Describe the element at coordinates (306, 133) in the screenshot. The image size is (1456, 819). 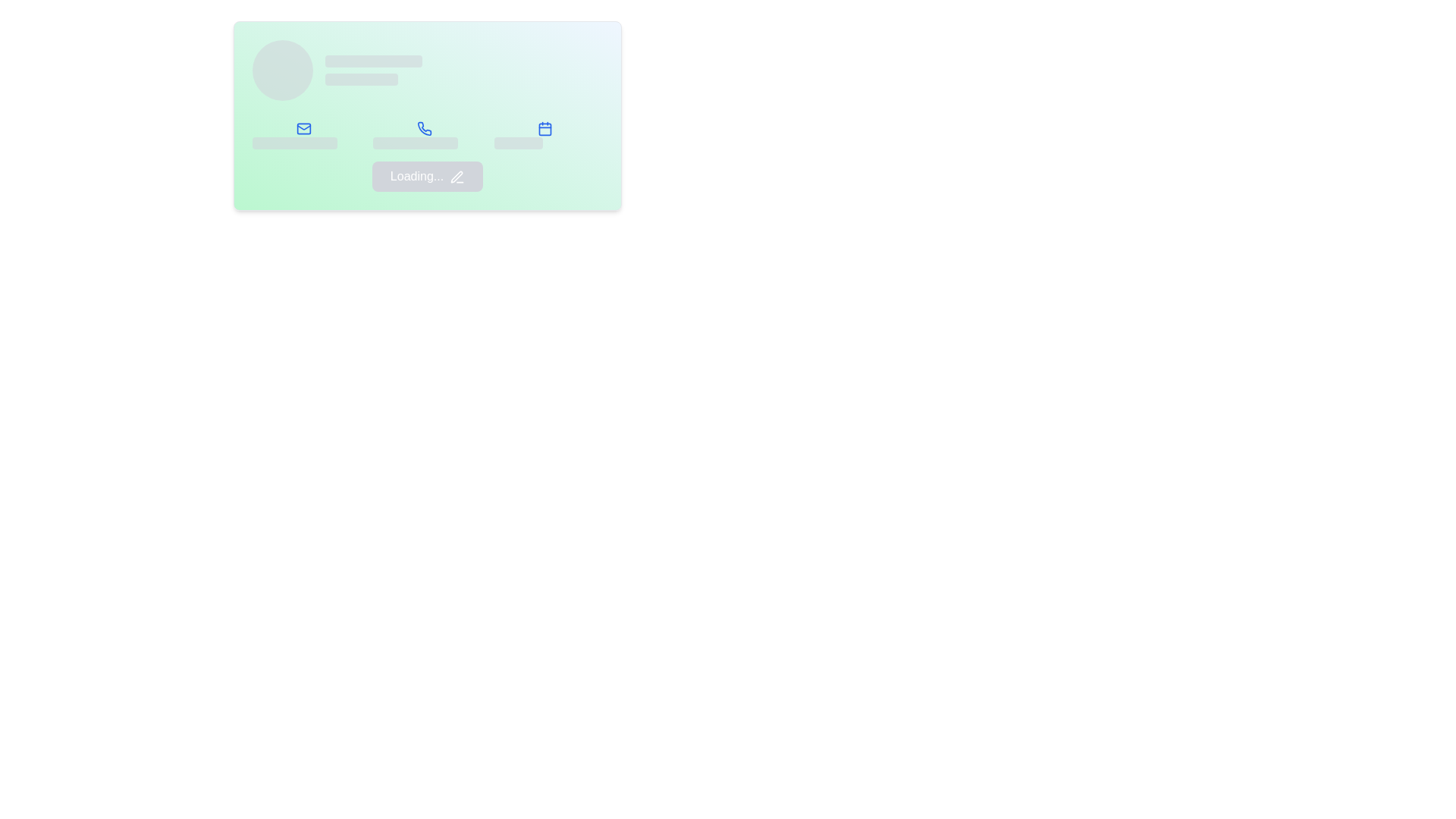
I see `the icon representing messaging or email functionality, located` at that location.